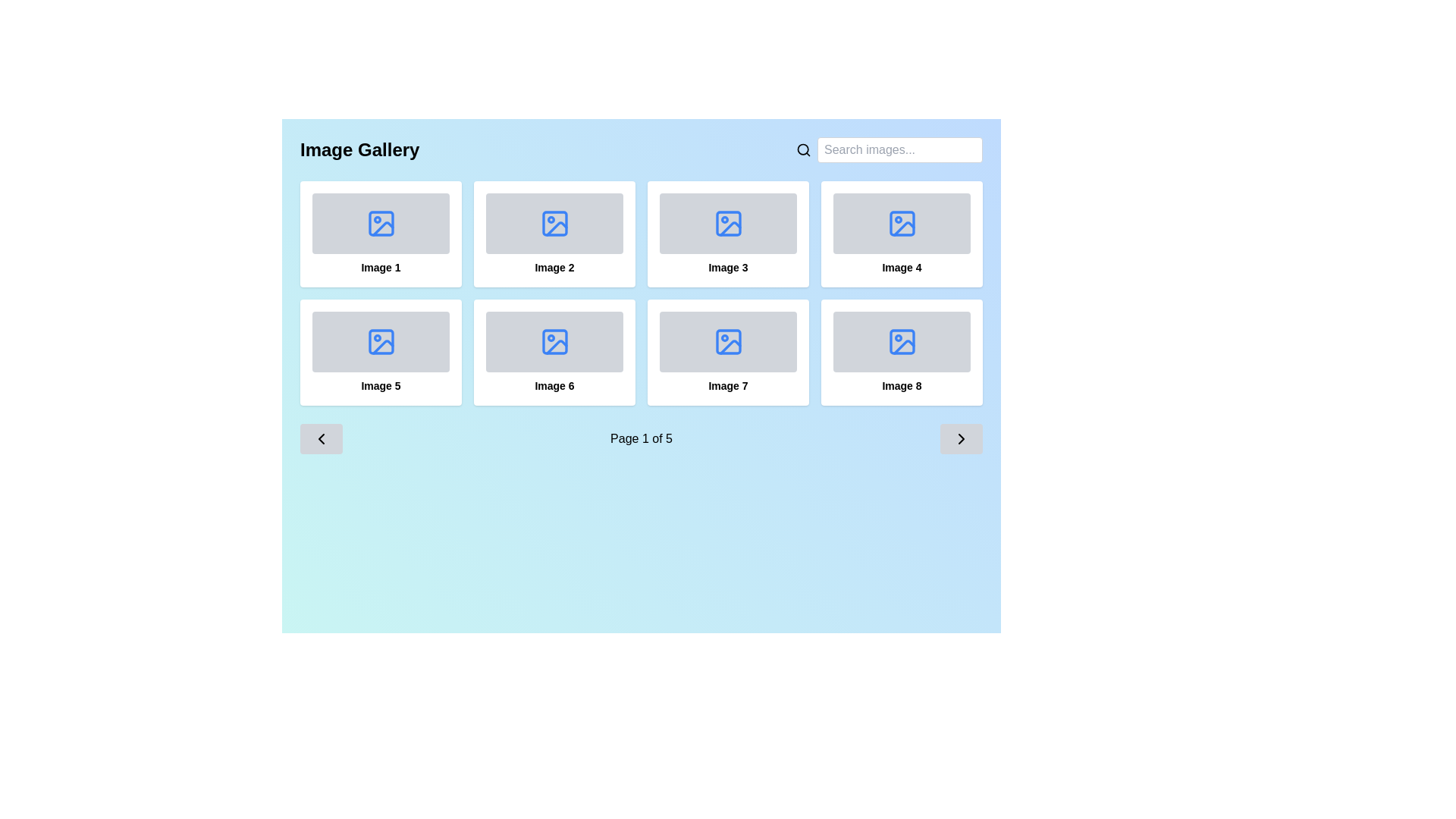 The height and width of the screenshot is (819, 1456). What do you see at coordinates (728, 223) in the screenshot?
I see `the icon resembling an image, styled with light blue color against a gray background, located in the third column of the first row of a 4x2 grid layout` at bounding box center [728, 223].